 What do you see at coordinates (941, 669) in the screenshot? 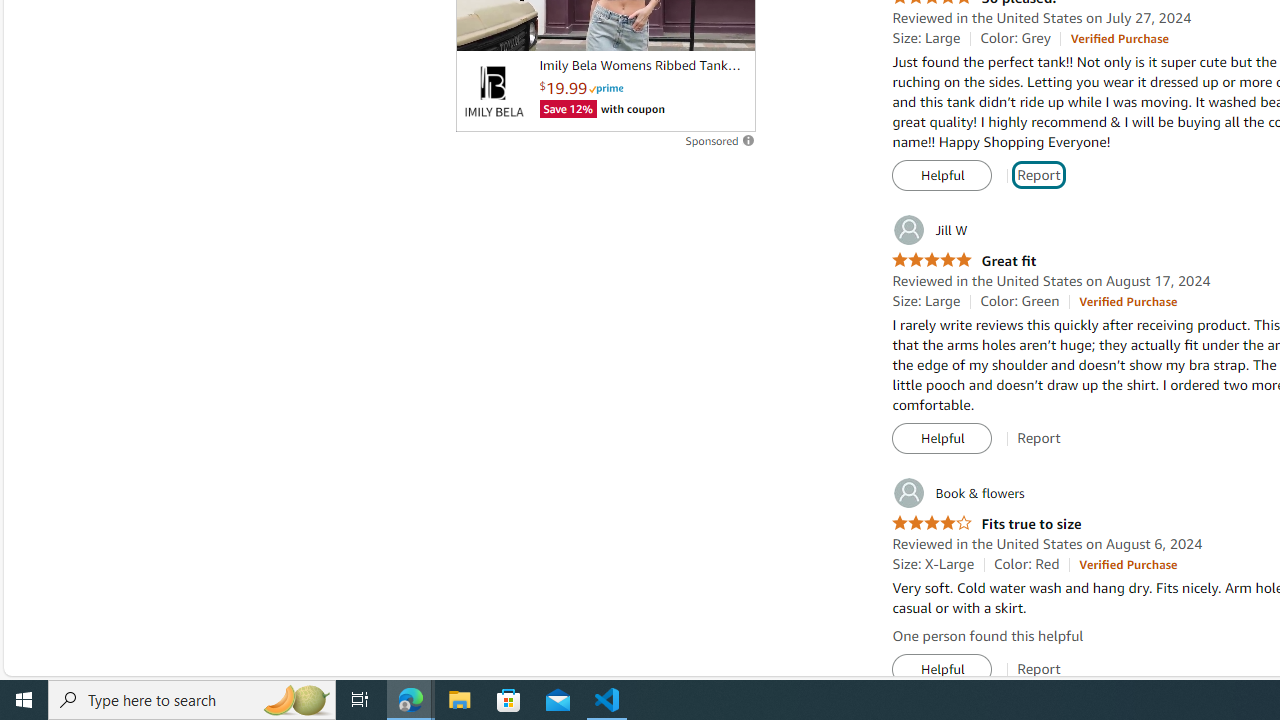
I see `'Helpful'` at bounding box center [941, 669].